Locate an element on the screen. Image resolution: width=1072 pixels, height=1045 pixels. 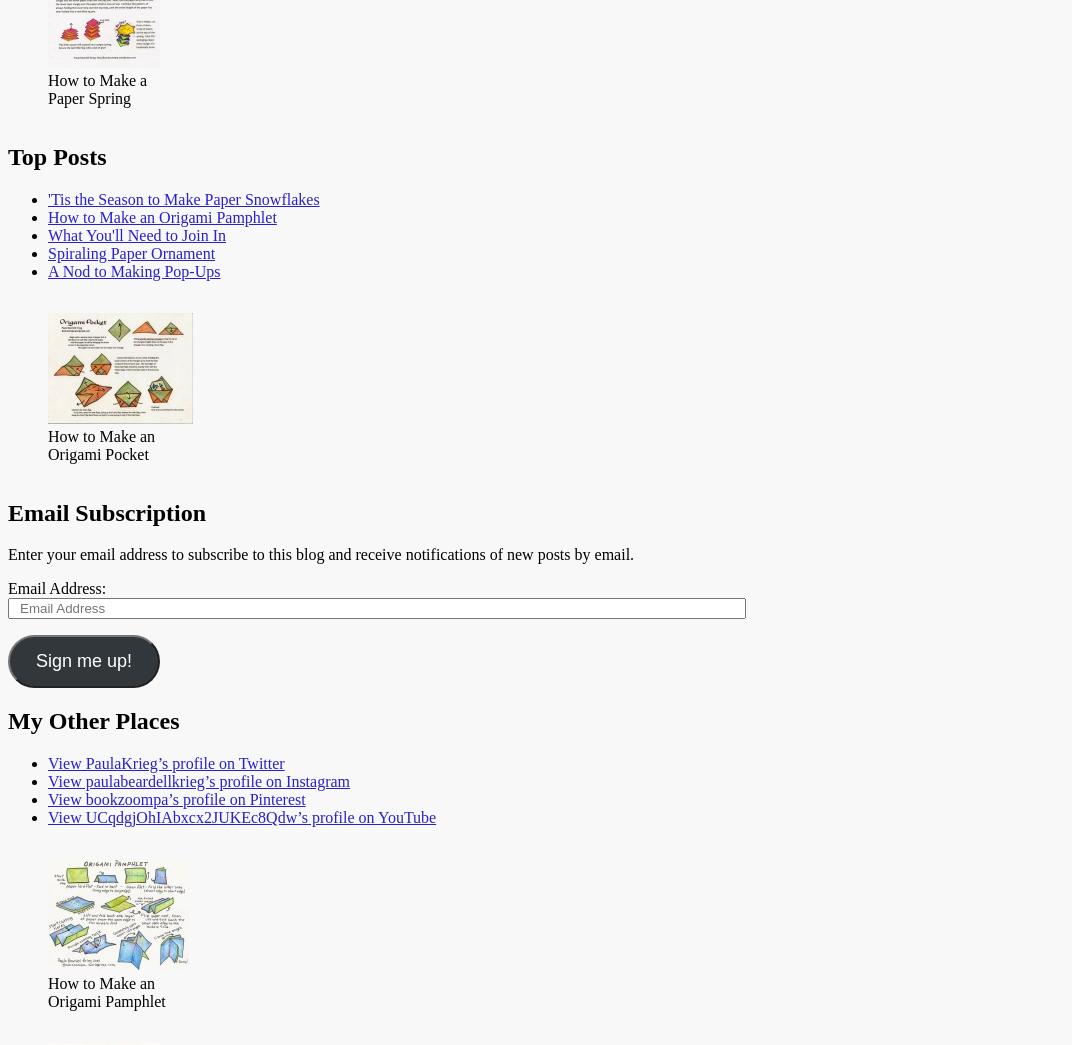
'How to Make an Origami Pocket' is located at coordinates (101, 444).